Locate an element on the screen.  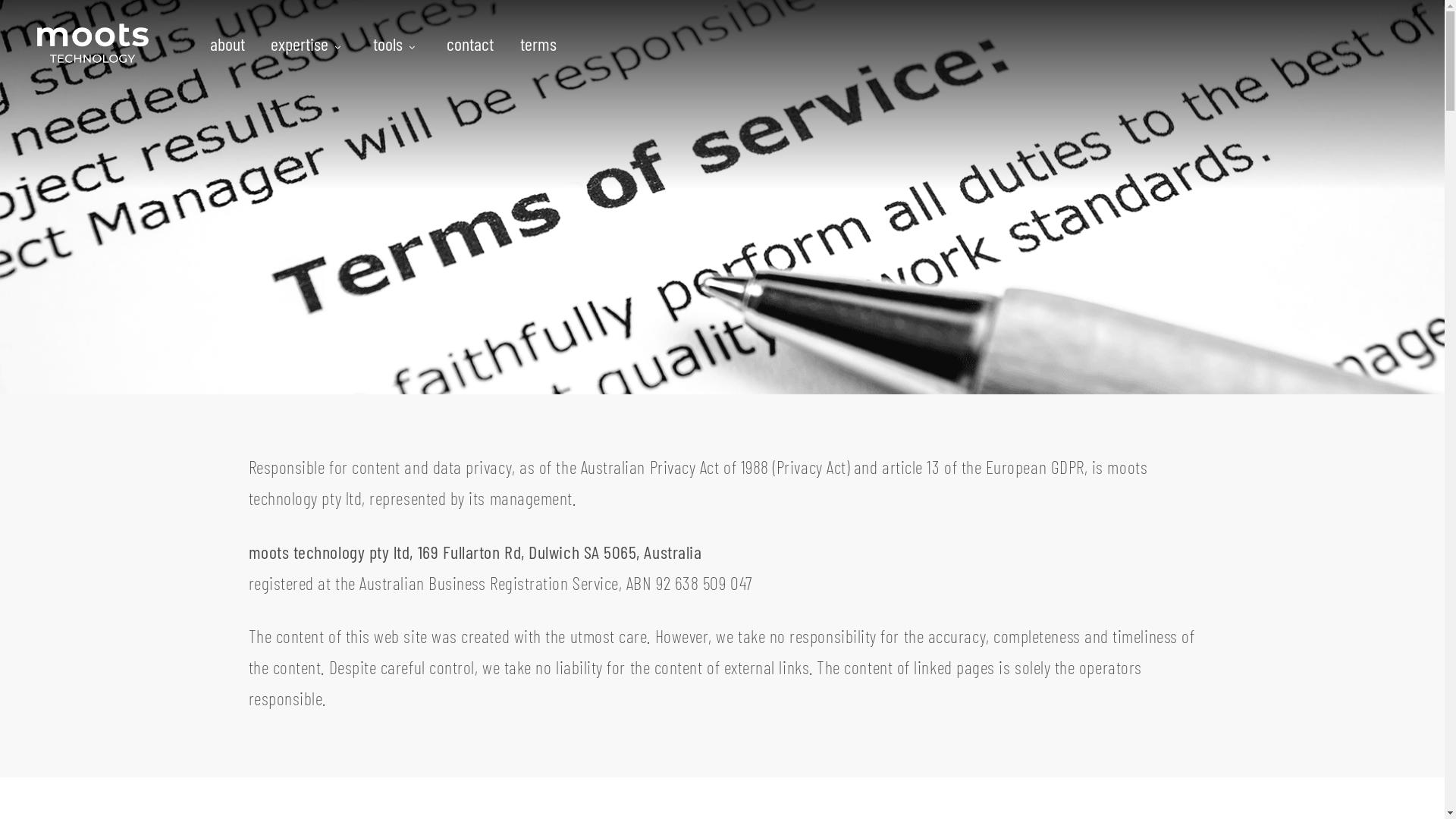
'terms' is located at coordinates (532, 42).